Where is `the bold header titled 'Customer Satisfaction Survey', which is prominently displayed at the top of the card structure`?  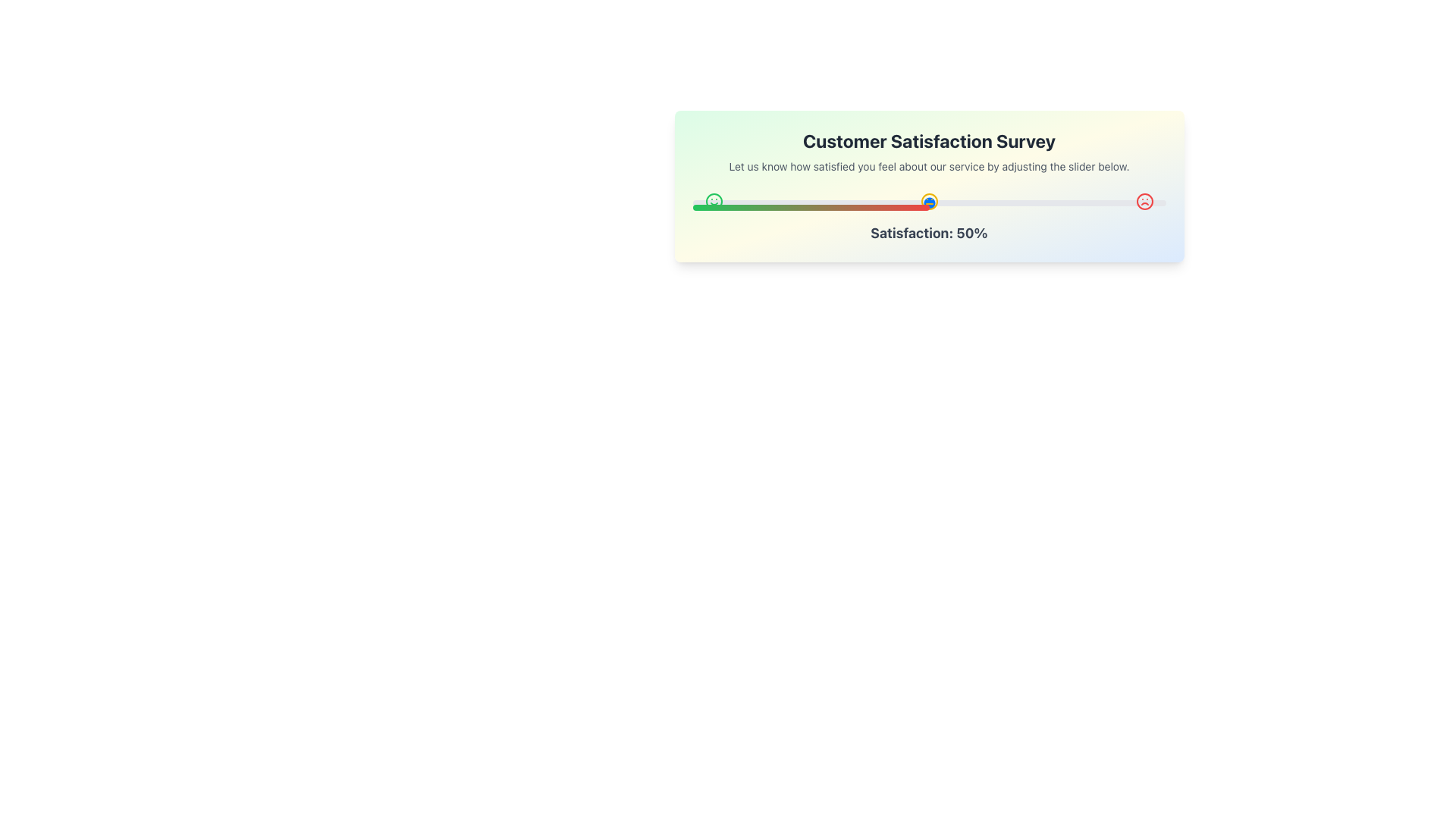
the bold header titled 'Customer Satisfaction Survey', which is prominently displayed at the top of the card structure is located at coordinates (928, 140).